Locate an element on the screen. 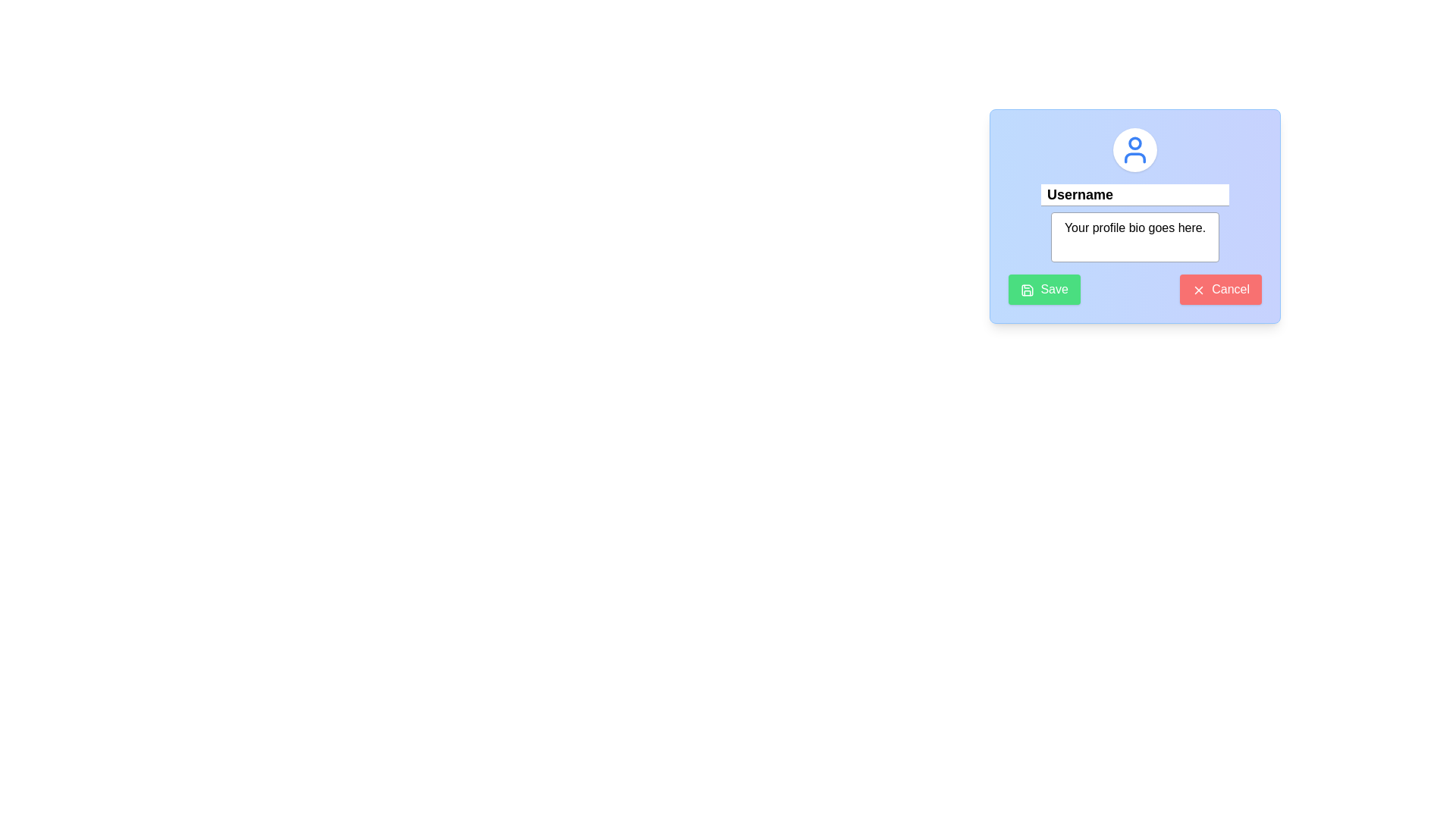 This screenshot has width=1456, height=819. the stylized save icon located within the green 'Save' button at the lower-left corner of the modal window is located at coordinates (1027, 289).